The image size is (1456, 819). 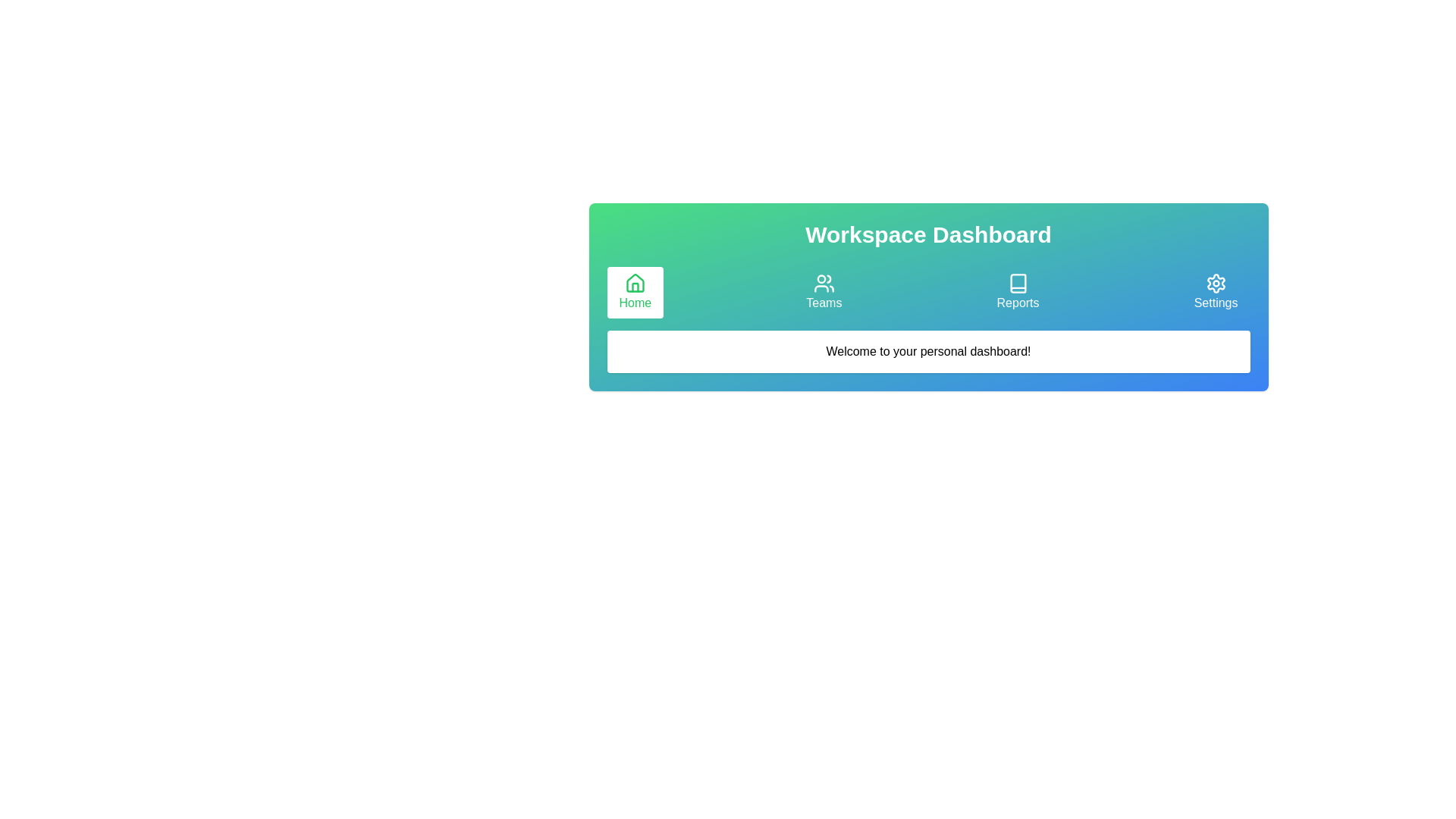 What do you see at coordinates (1216, 284) in the screenshot?
I see `the gear icon in the top-right corner of the header bar` at bounding box center [1216, 284].